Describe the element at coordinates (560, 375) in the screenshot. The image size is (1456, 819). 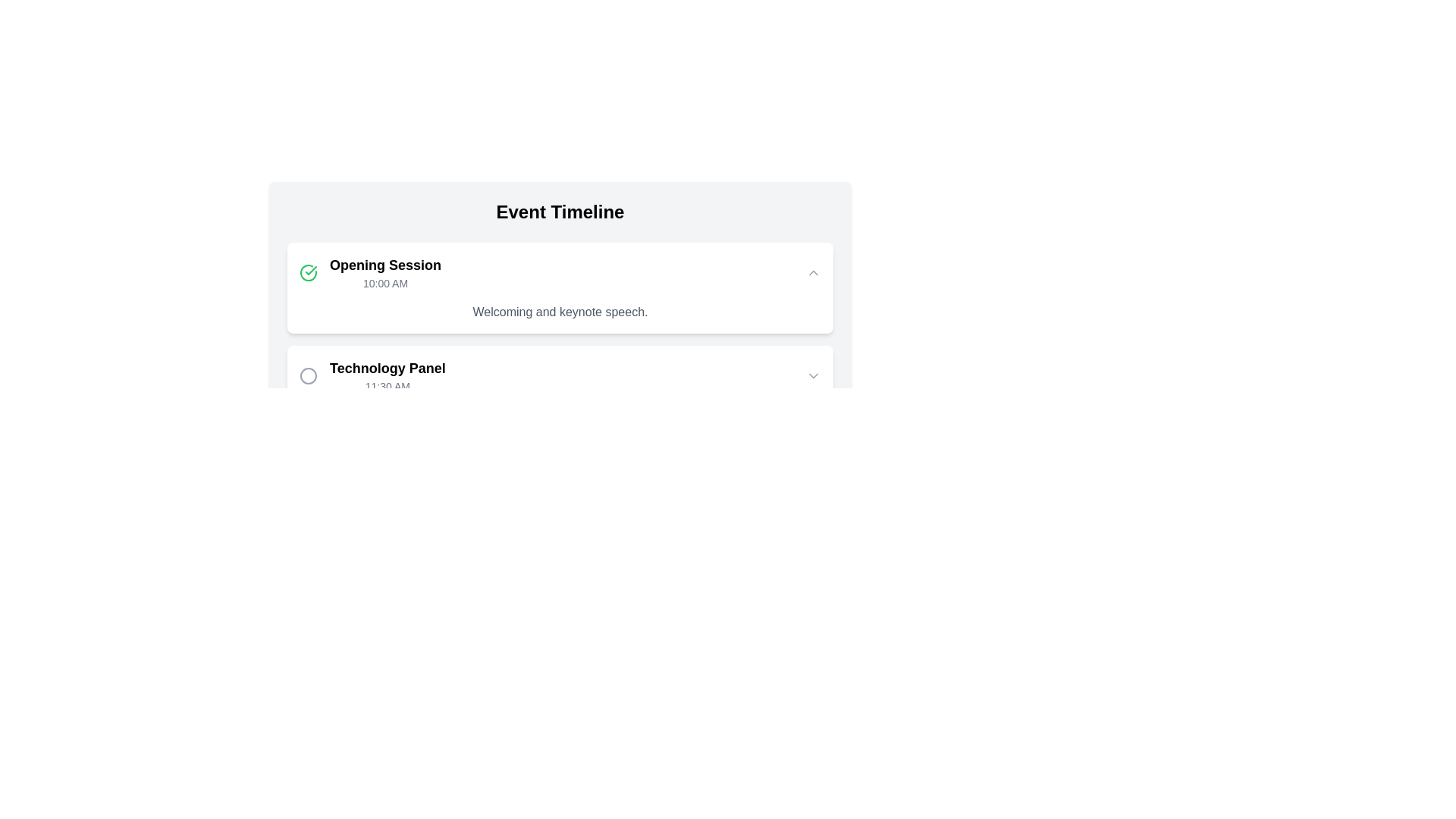
I see `the 'Technology Panel' timeline entry, which is the second item in the list` at that location.